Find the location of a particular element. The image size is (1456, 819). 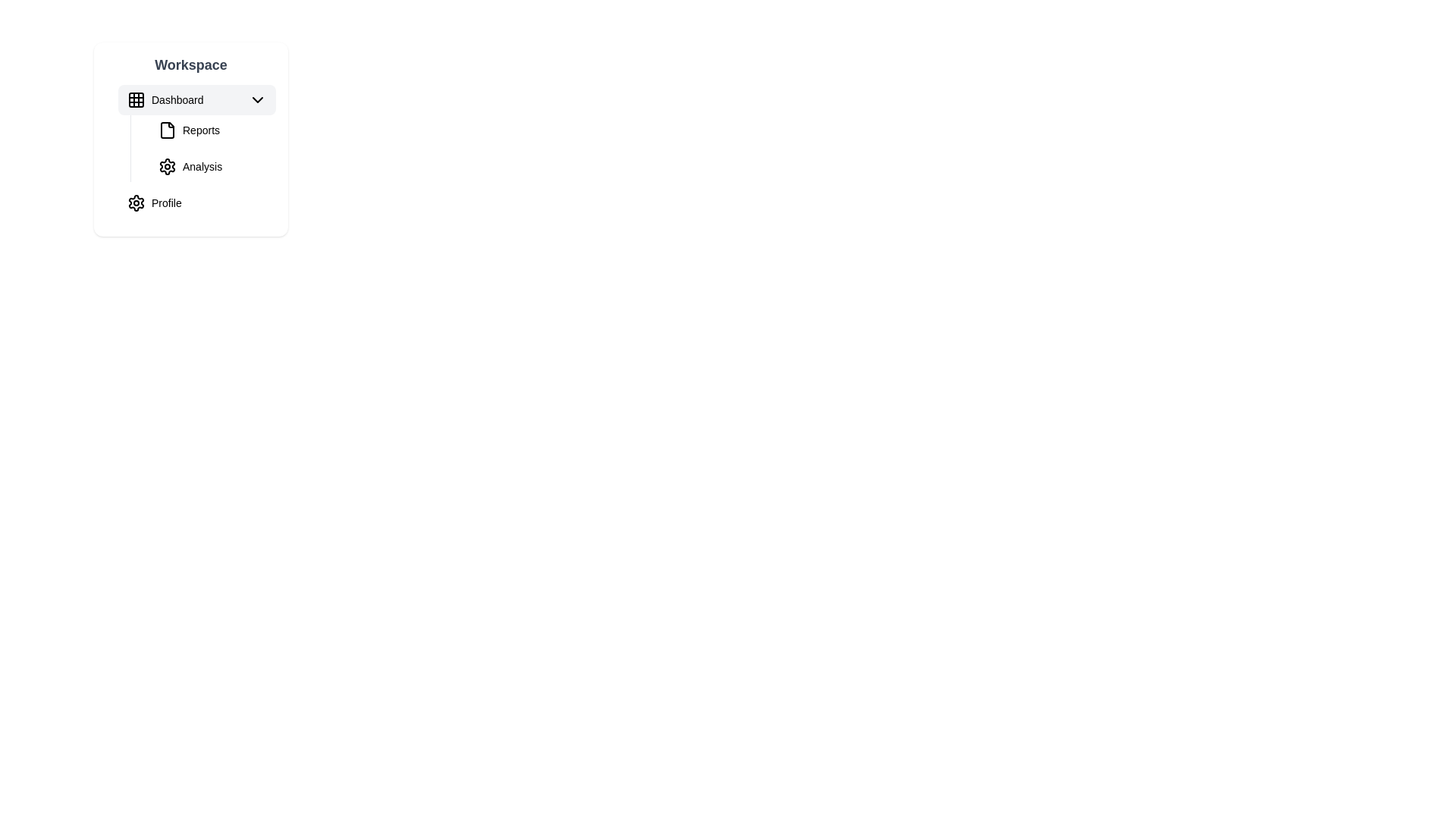

the Dashboard icon in the sidebar menu is located at coordinates (136, 99).